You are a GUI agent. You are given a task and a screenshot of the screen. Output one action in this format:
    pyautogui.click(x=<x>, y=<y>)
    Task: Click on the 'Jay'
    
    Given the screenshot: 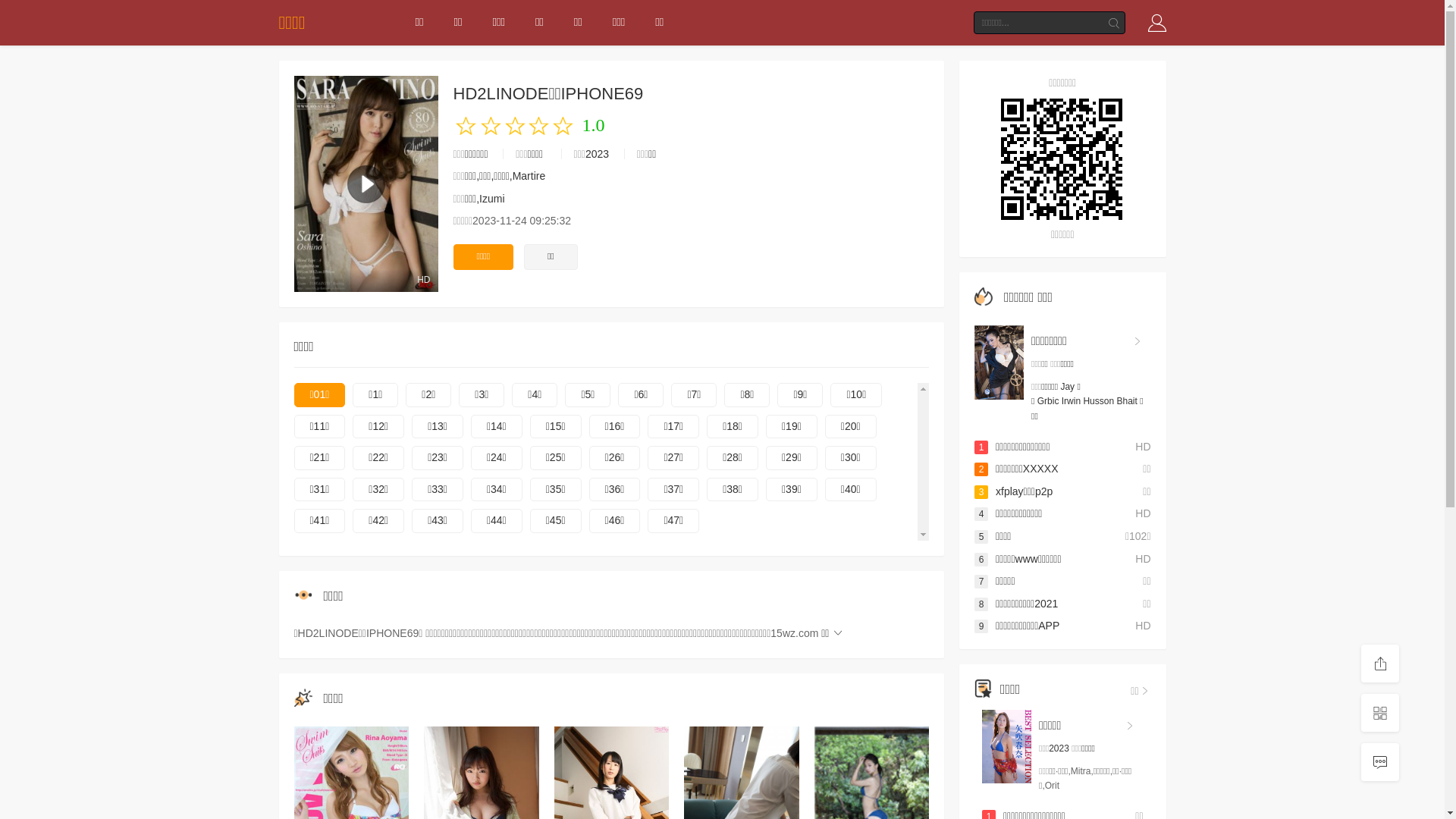 What is the action you would take?
    pyautogui.click(x=1066, y=385)
    